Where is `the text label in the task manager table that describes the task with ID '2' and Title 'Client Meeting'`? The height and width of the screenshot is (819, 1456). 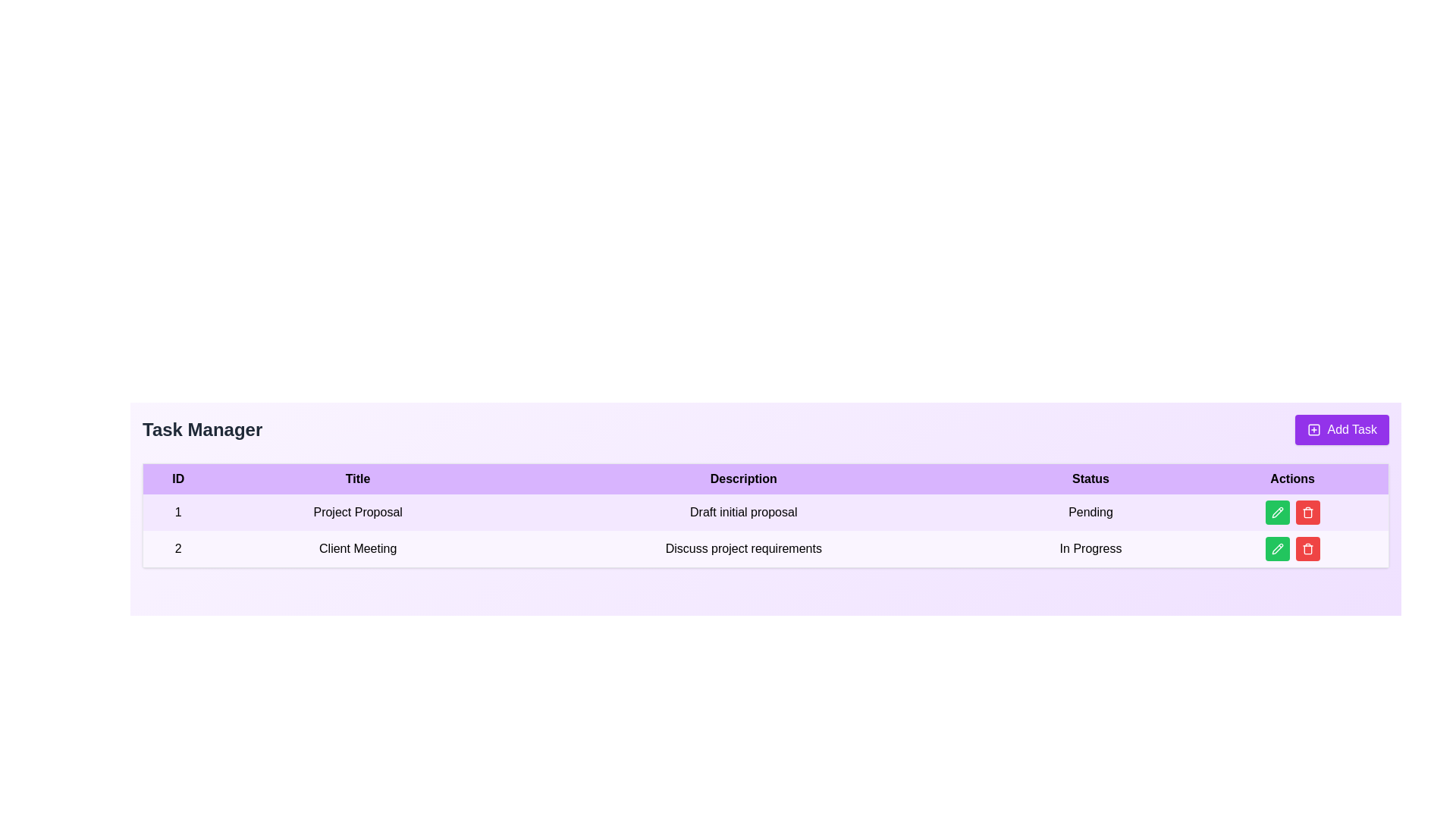
the text label in the task manager table that describes the task with ID '2' and Title 'Client Meeting' is located at coordinates (743, 549).